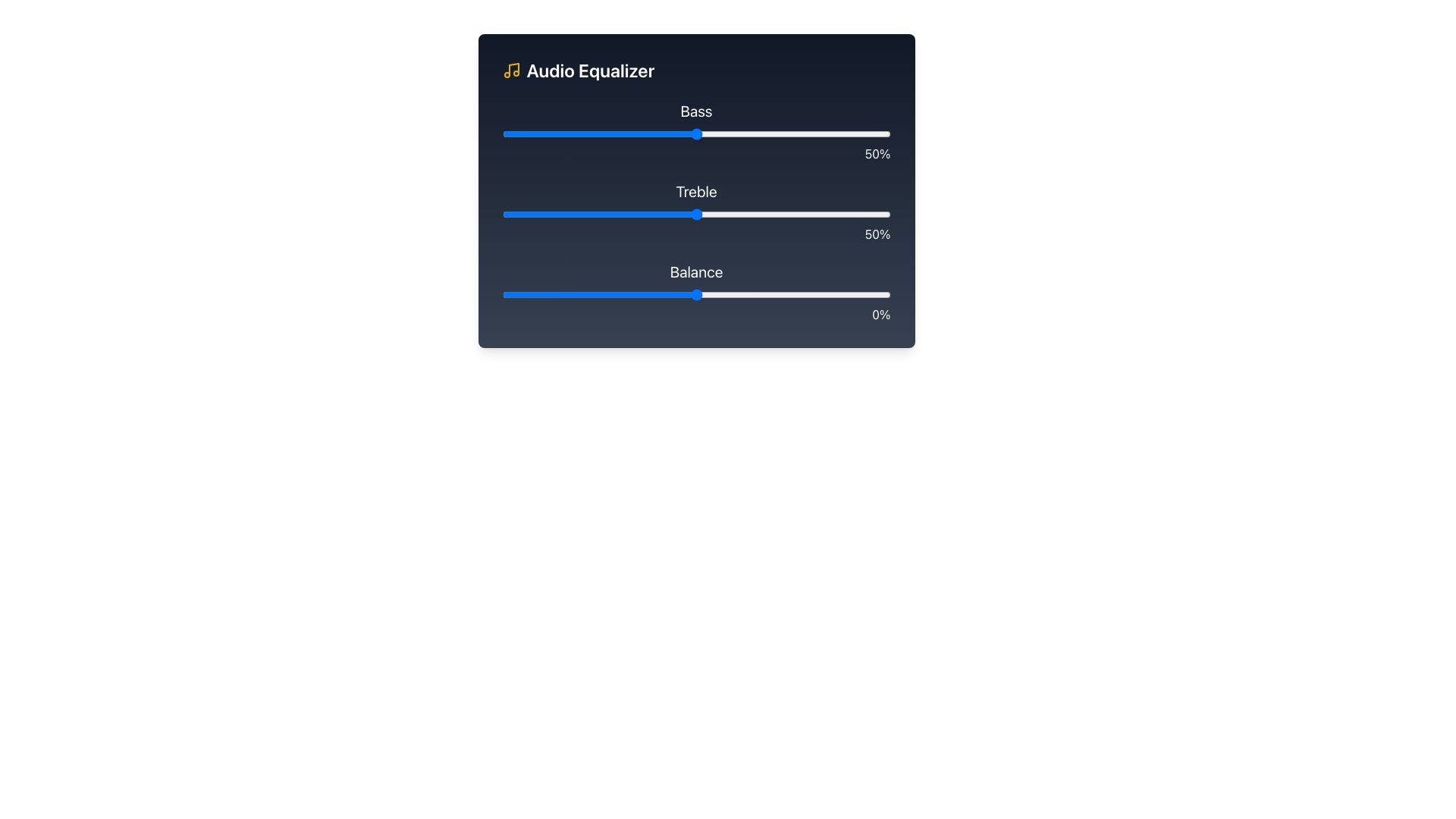  Describe the element at coordinates (650, 295) in the screenshot. I see `balance` at that location.